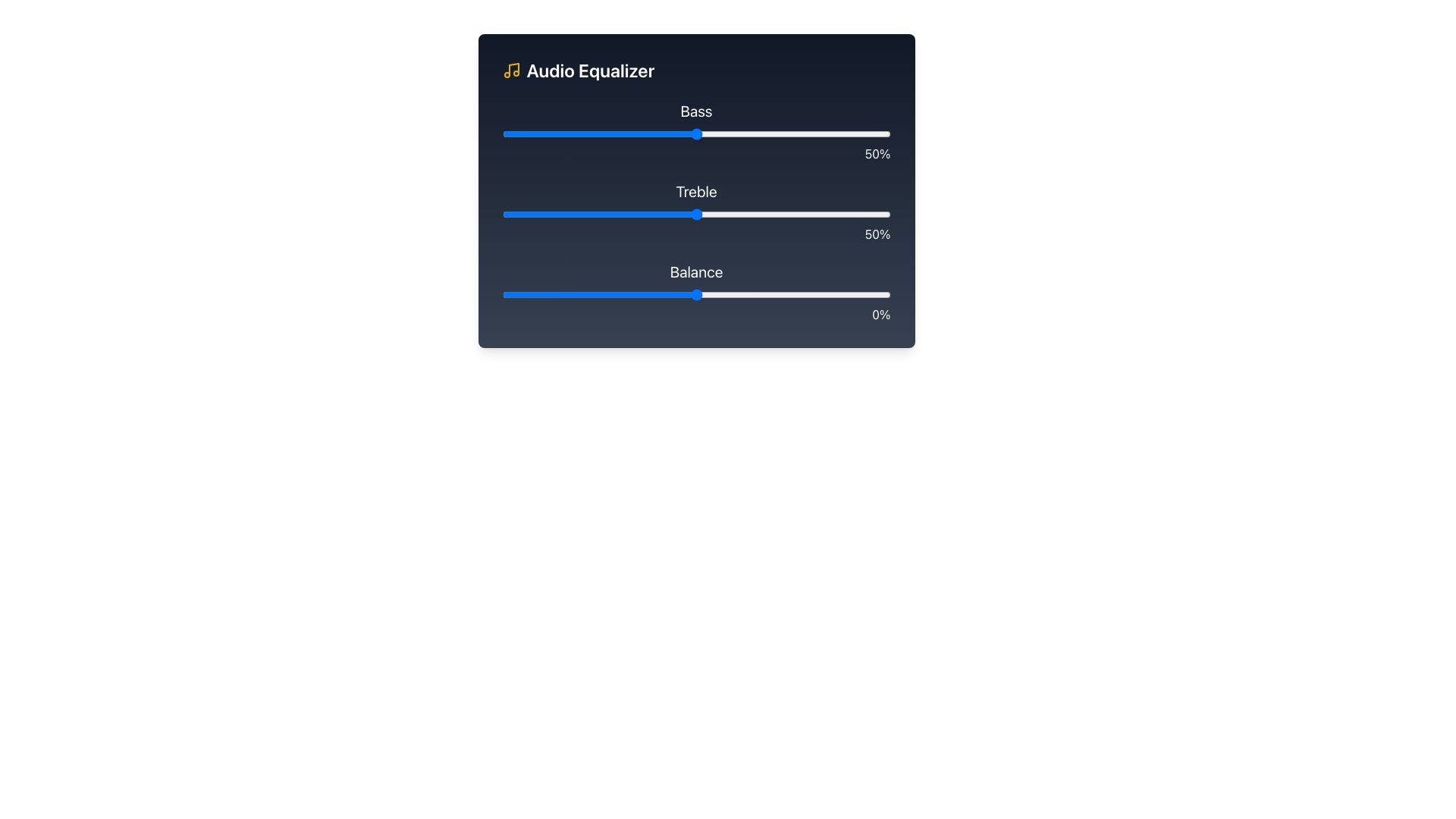  Describe the element at coordinates (650, 295) in the screenshot. I see `balance` at that location.